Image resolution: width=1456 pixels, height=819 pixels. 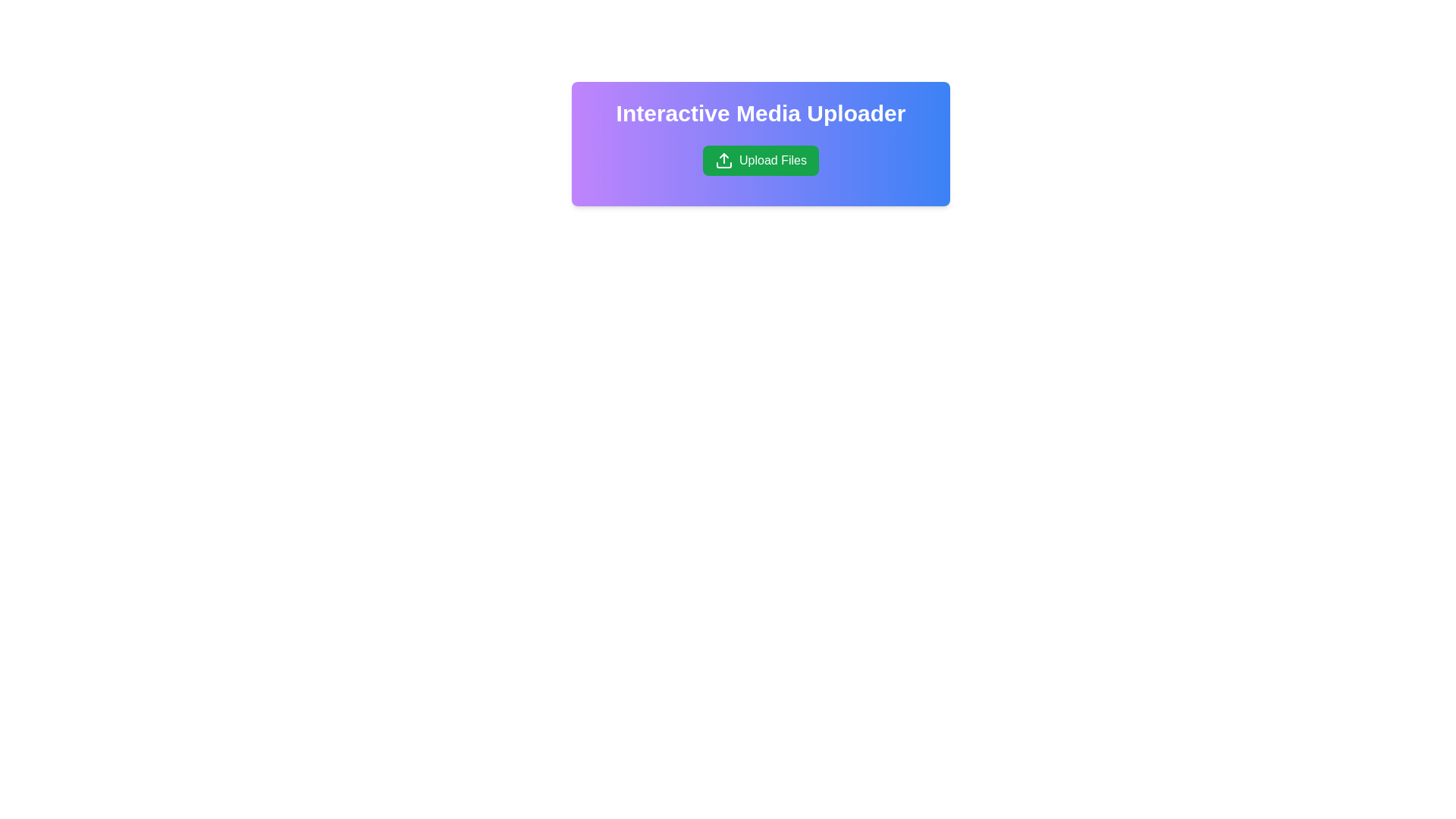 I want to click on the green rectangular button labeled 'Upload Files' with an upward-facing arrow icon, so click(x=761, y=161).